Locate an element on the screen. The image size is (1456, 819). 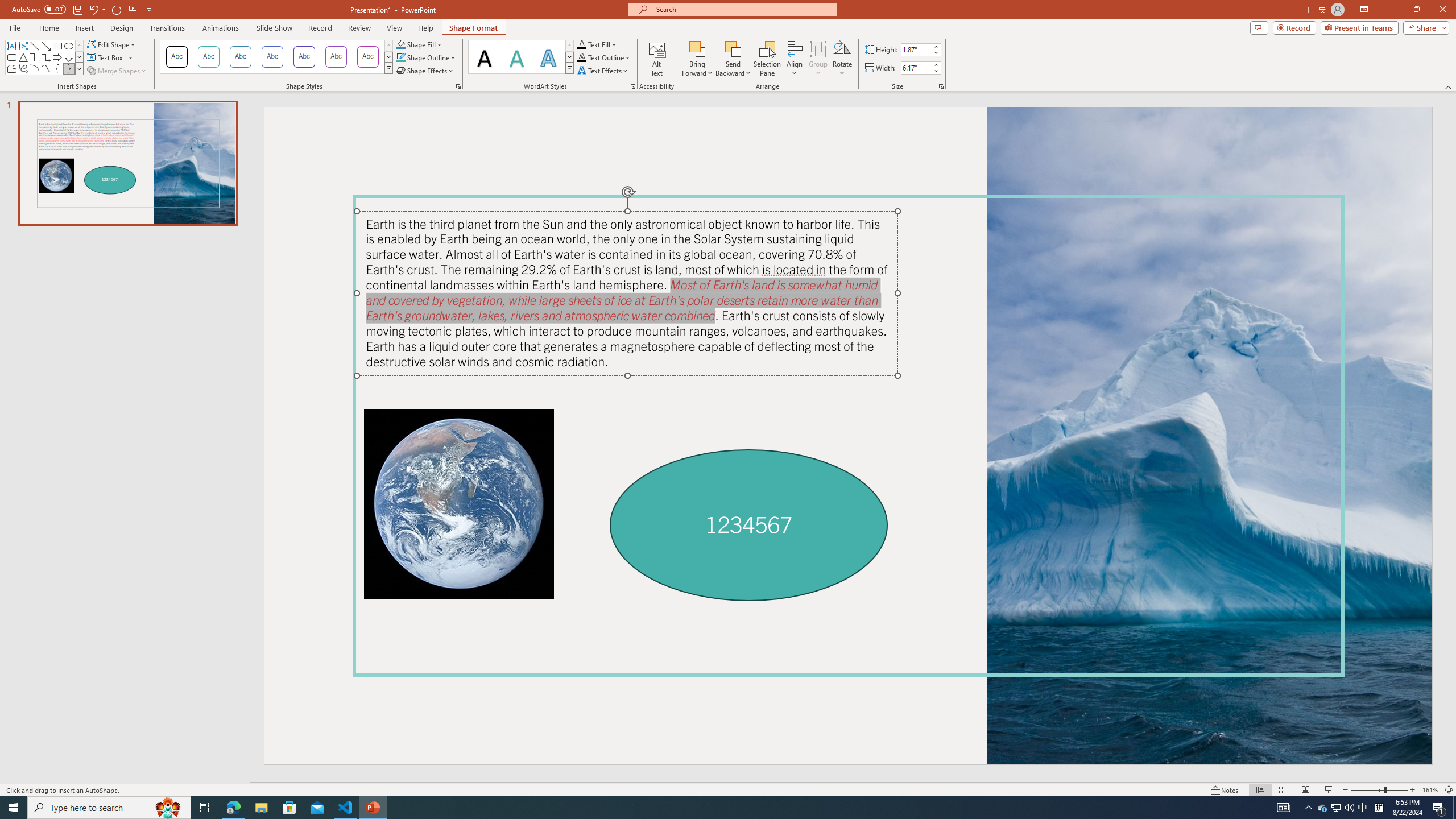
'Home' is located at coordinates (48, 28).